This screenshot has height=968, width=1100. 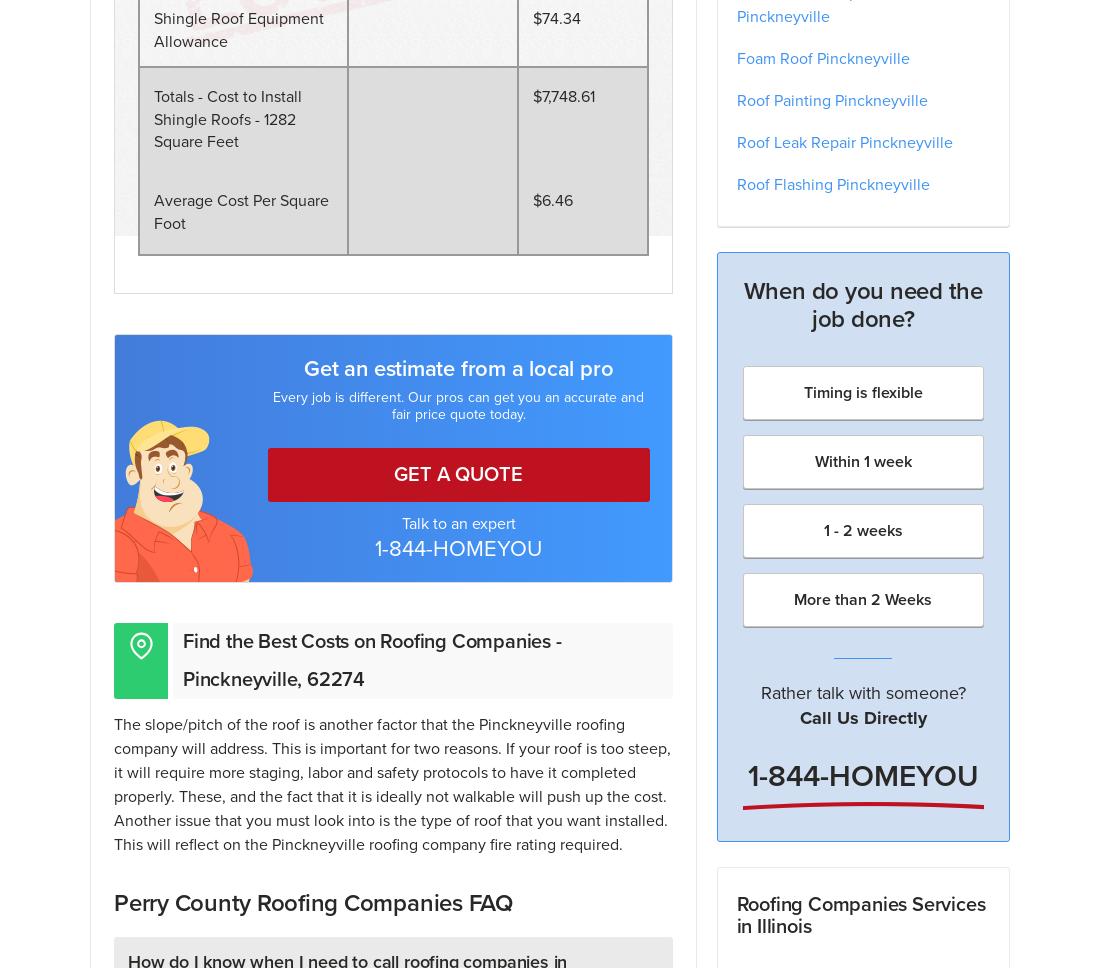 What do you see at coordinates (457, 367) in the screenshot?
I see `'Get an estimate from a local pro'` at bounding box center [457, 367].